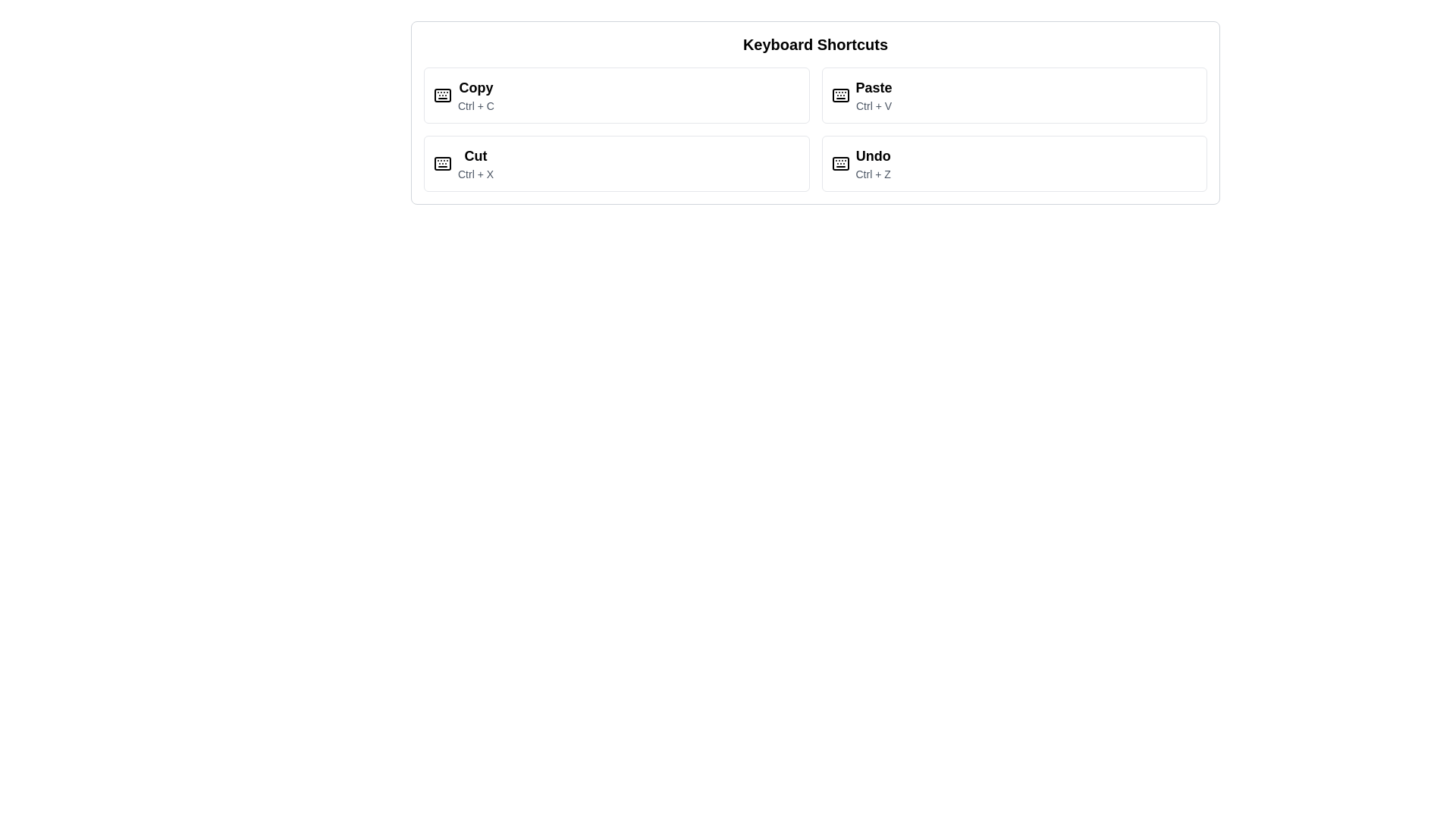  I want to click on the text label displaying 'Cut', which is styled prominently as the main label in the second box of a four-box grid layout, so click(475, 155).